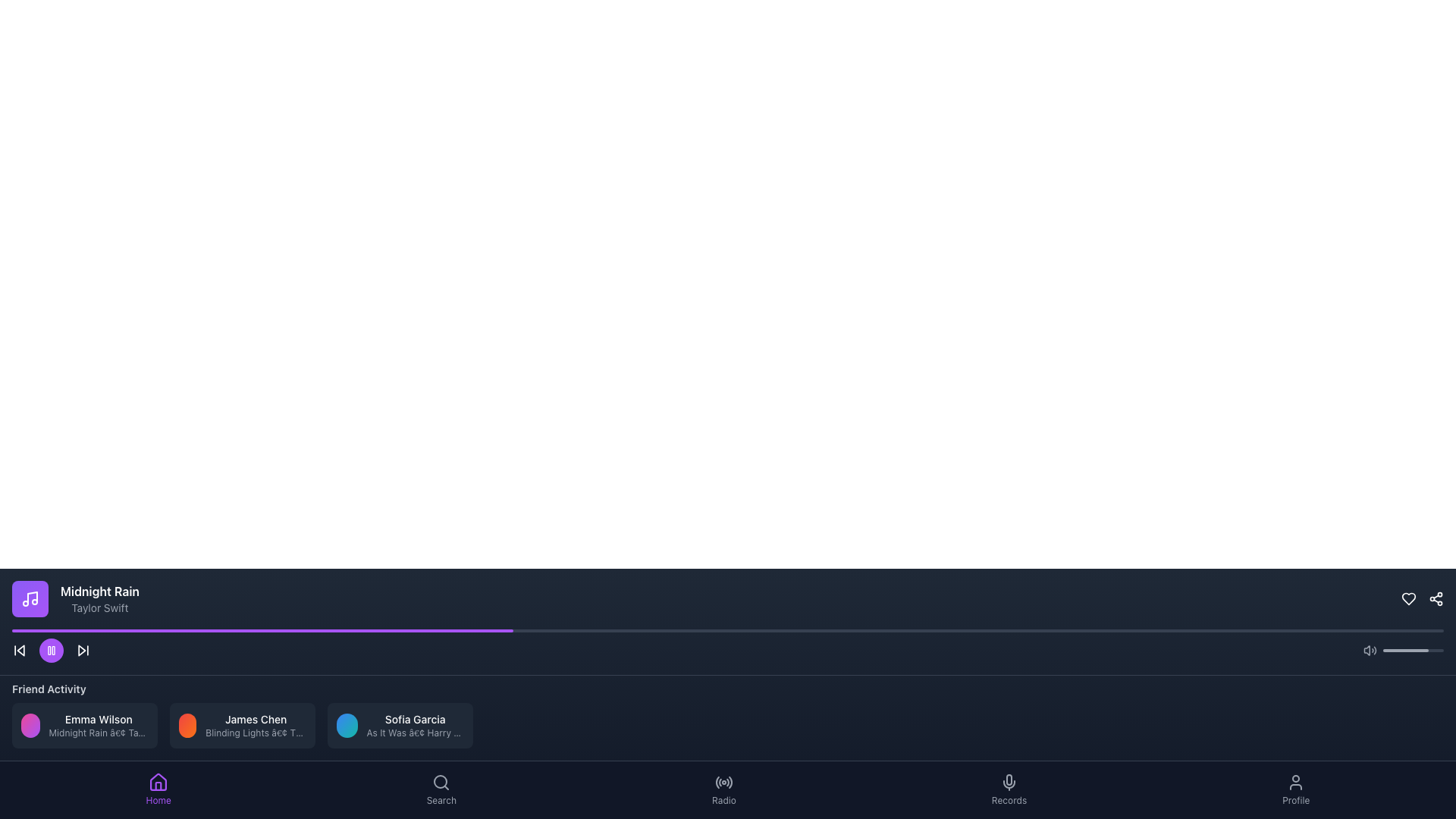 The height and width of the screenshot is (819, 1456). I want to click on the 'skip back' graphical icon located on the left side of the bottom control bar to skip to the previous media track, so click(20, 649).